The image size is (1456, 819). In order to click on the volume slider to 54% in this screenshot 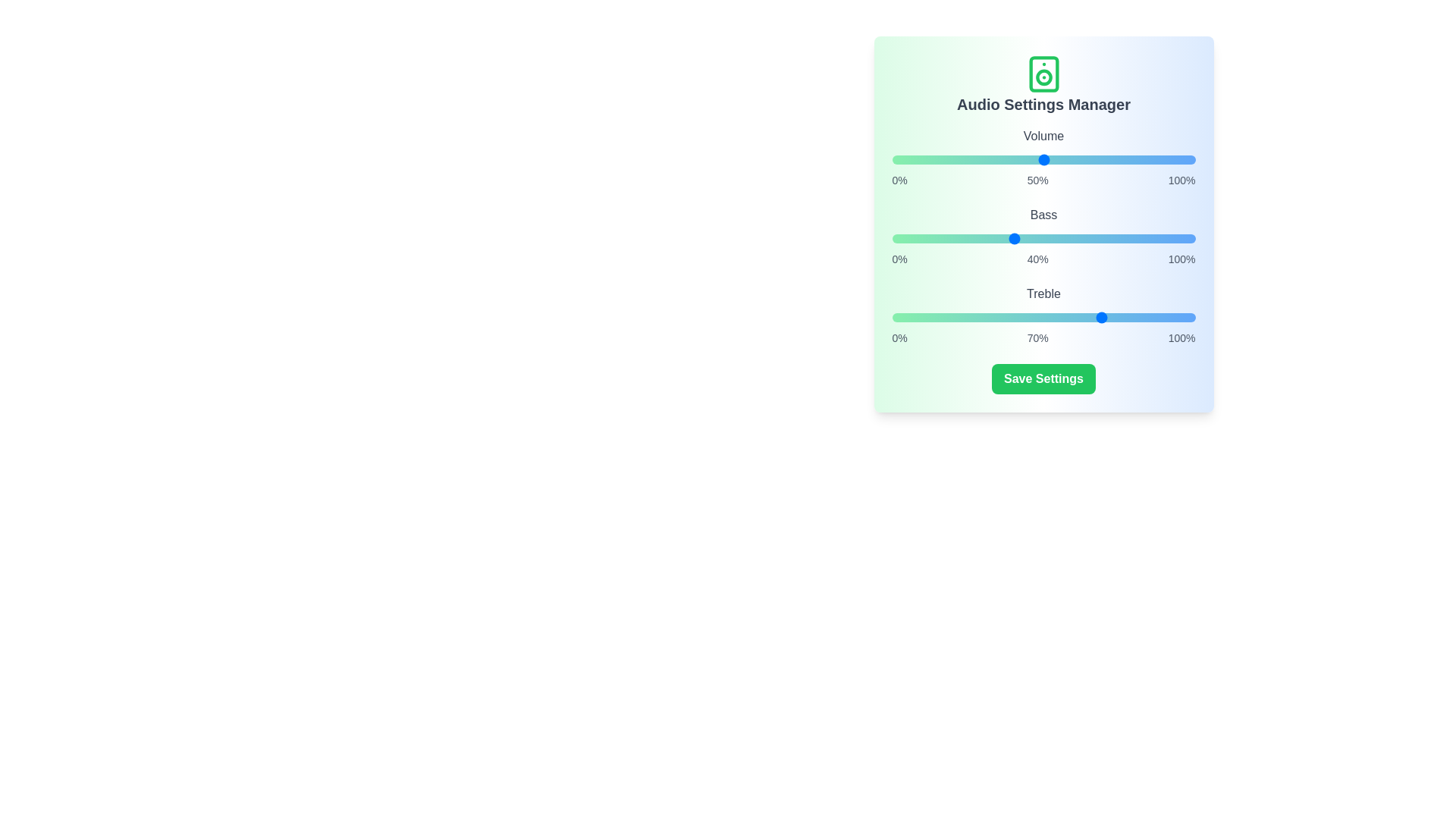, I will do `click(1055, 160)`.